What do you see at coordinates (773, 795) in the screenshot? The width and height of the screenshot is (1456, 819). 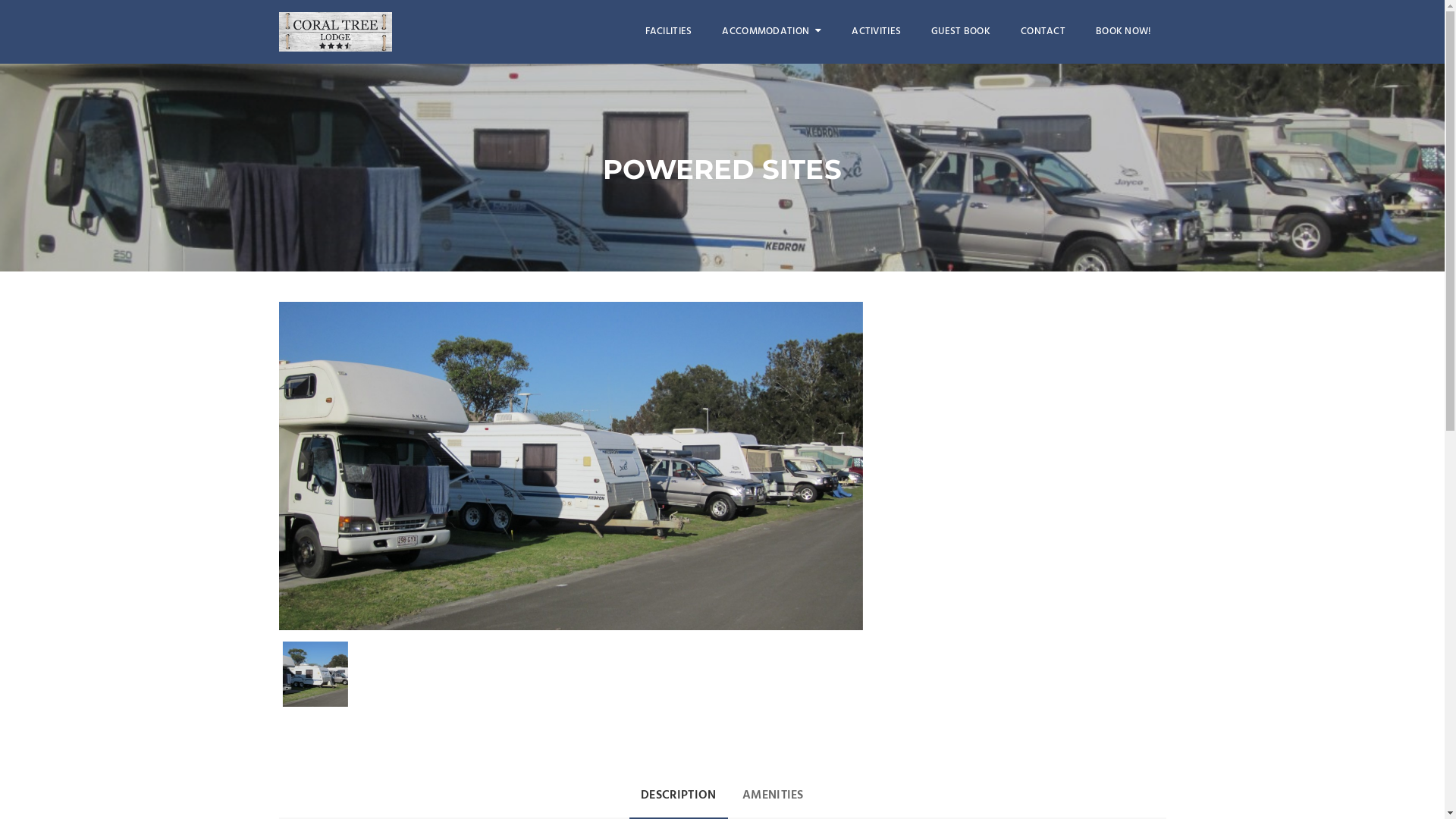 I see `'AMENITIES'` at bounding box center [773, 795].